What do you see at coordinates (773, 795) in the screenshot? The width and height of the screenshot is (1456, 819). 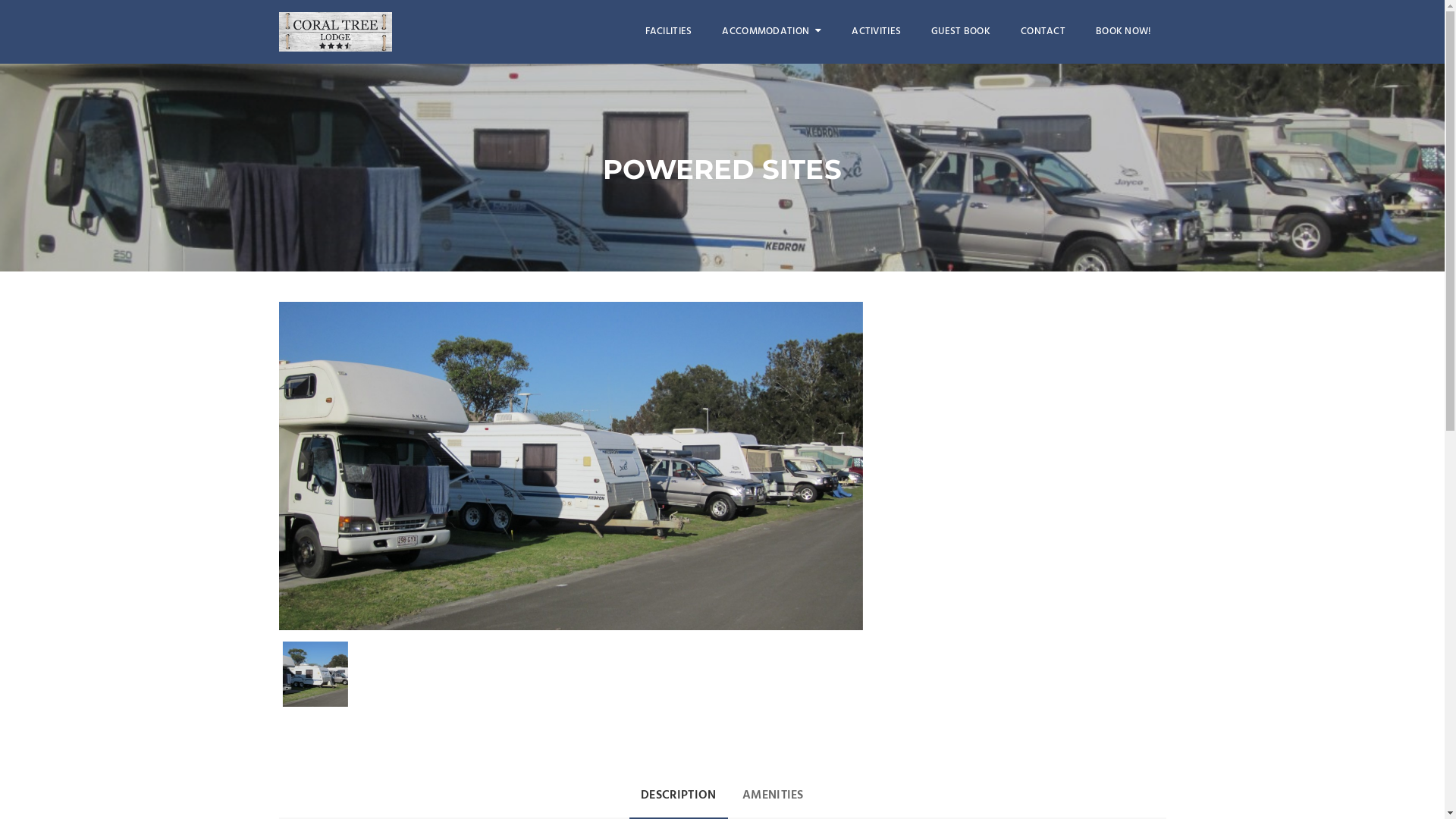 I see `'AMENITIES'` at bounding box center [773, 795].